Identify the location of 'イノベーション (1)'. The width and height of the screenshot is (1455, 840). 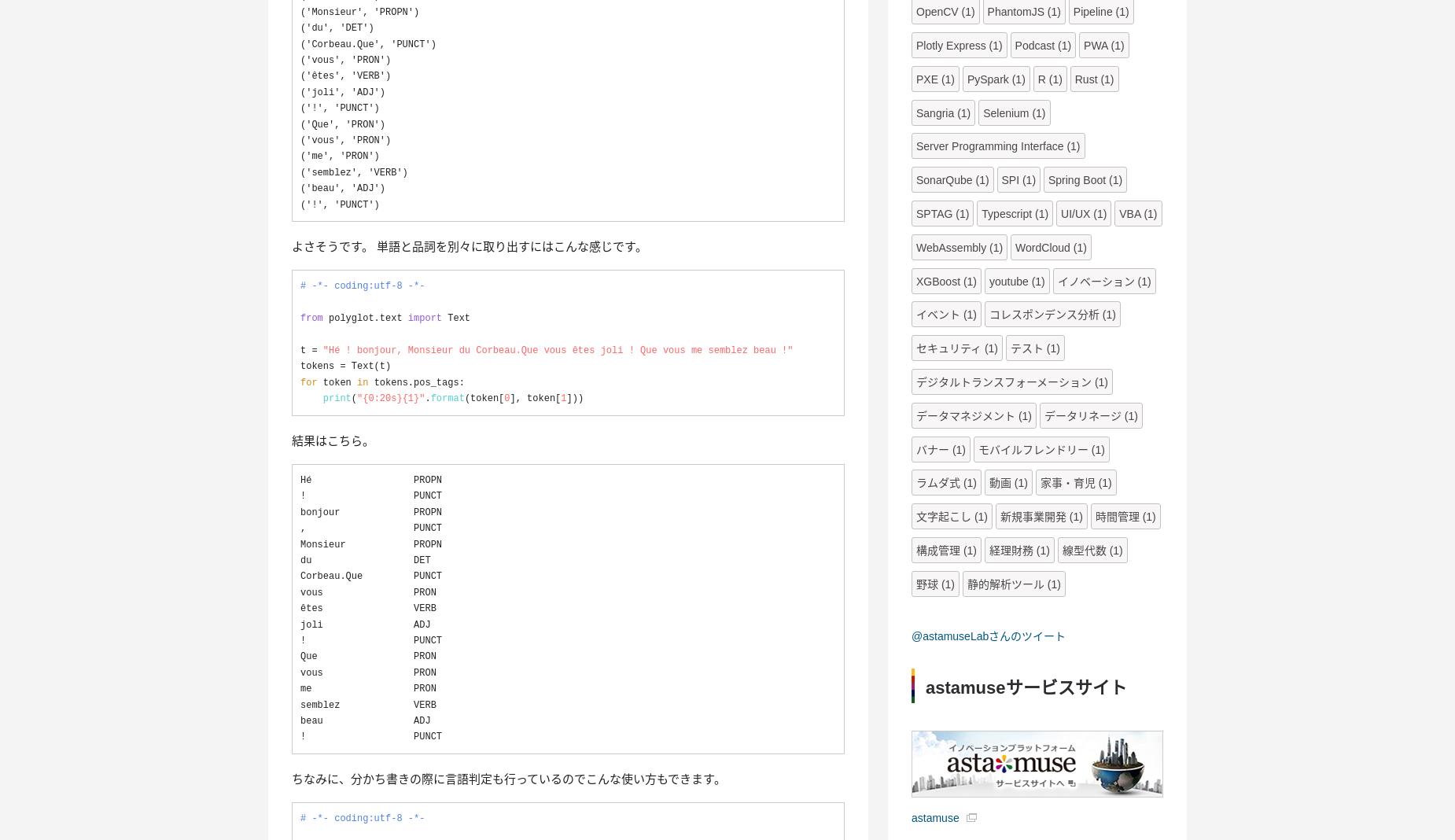
(1103, 280).